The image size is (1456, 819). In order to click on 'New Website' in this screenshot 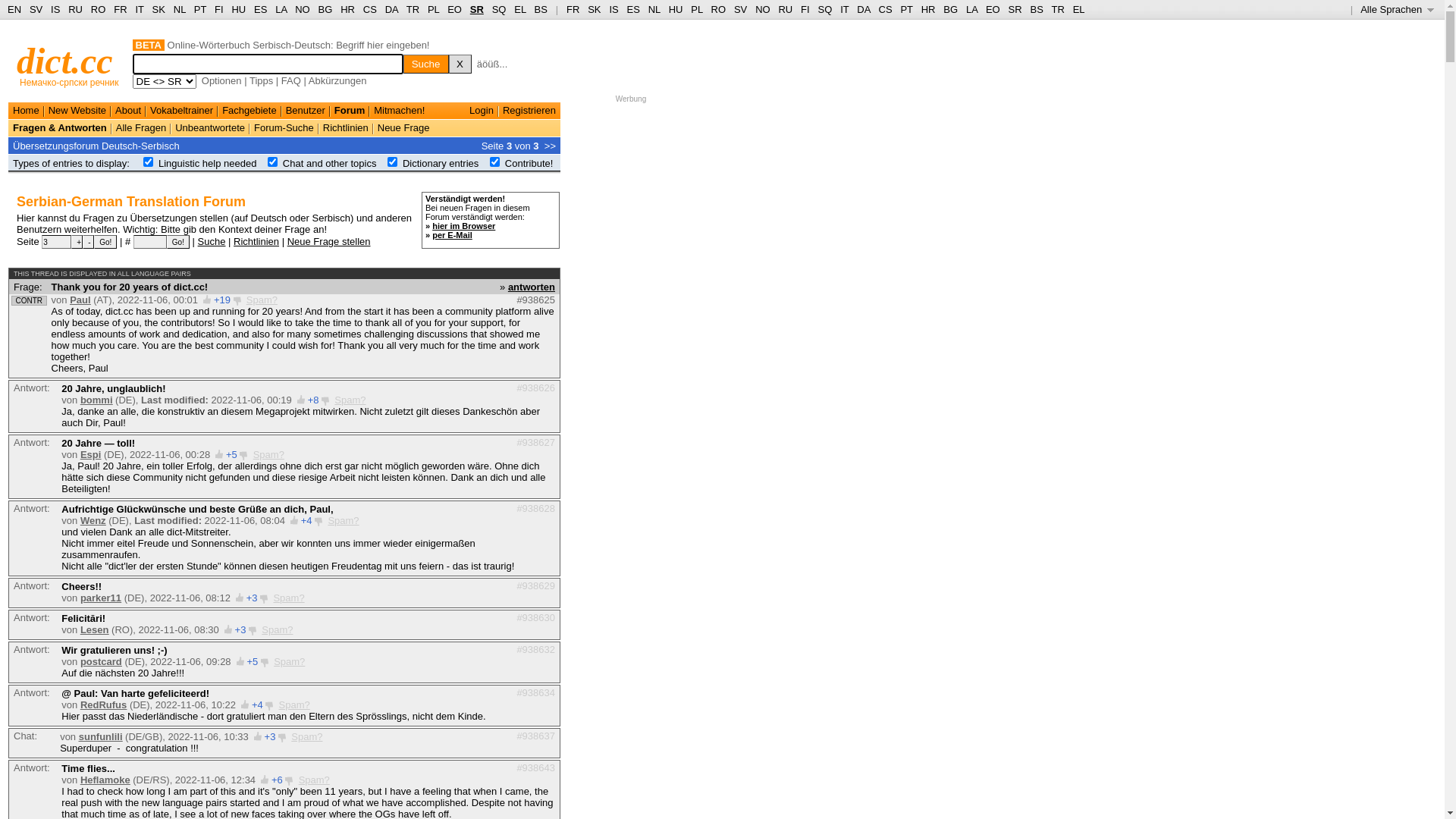, I will do `click(76, 109)`.